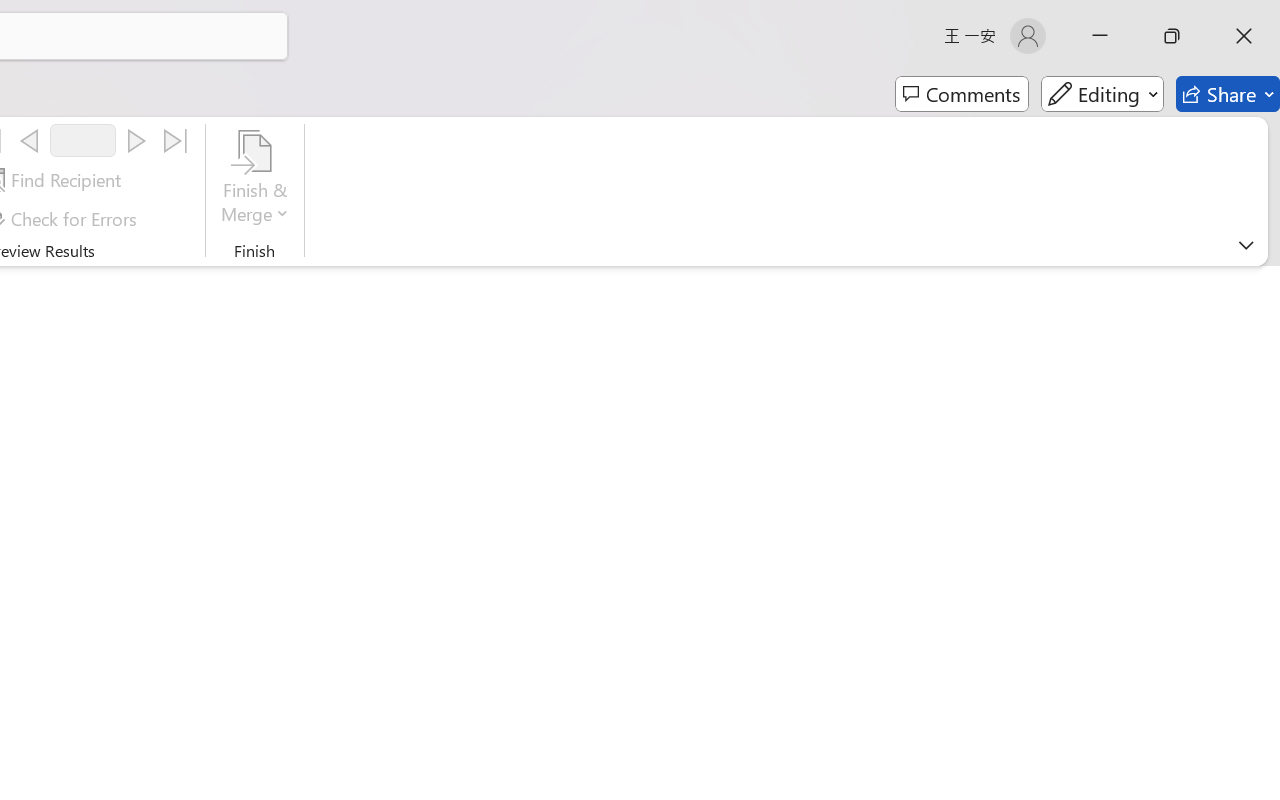 Image resolution: width=1280 pixels, height=800 pixels. Describe the element at coordinates (29, 141) in the screenshot. I see `'Previous'` at that location.